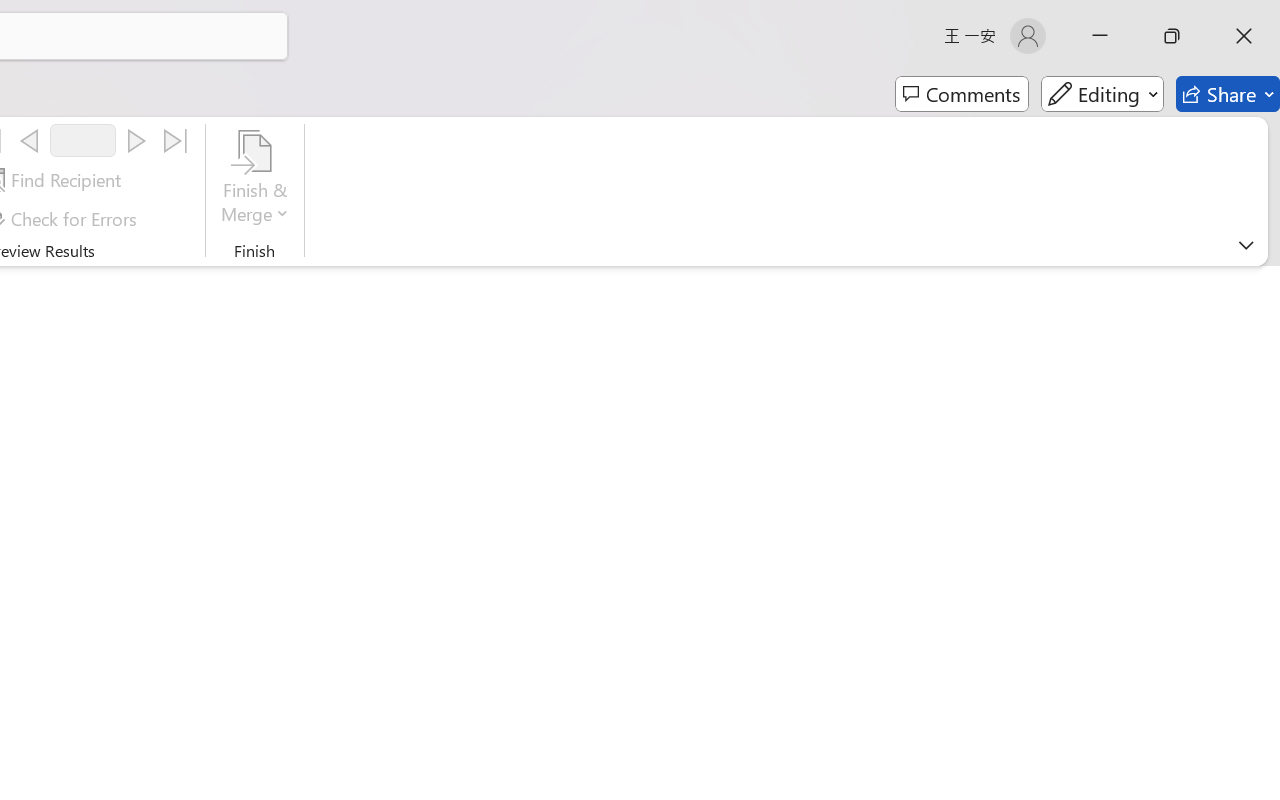 Image resolution: width=1280 pixels, height=800 pixels. Describe the element at coordinates (29, 141) in the screenshot. I see `'Previous'` at that location.